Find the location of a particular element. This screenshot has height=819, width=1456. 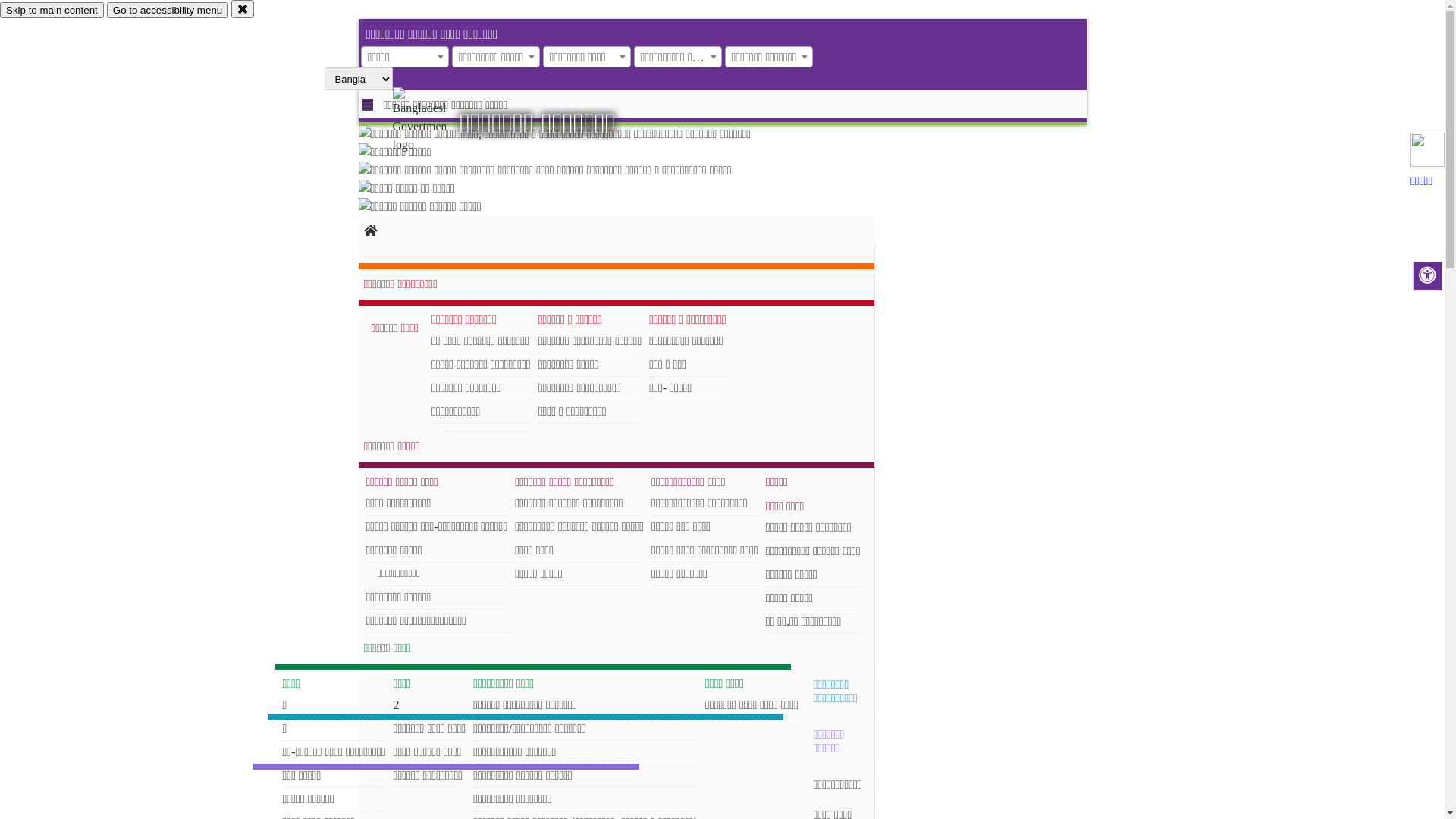

'2' is located at coordinates (428, 705).